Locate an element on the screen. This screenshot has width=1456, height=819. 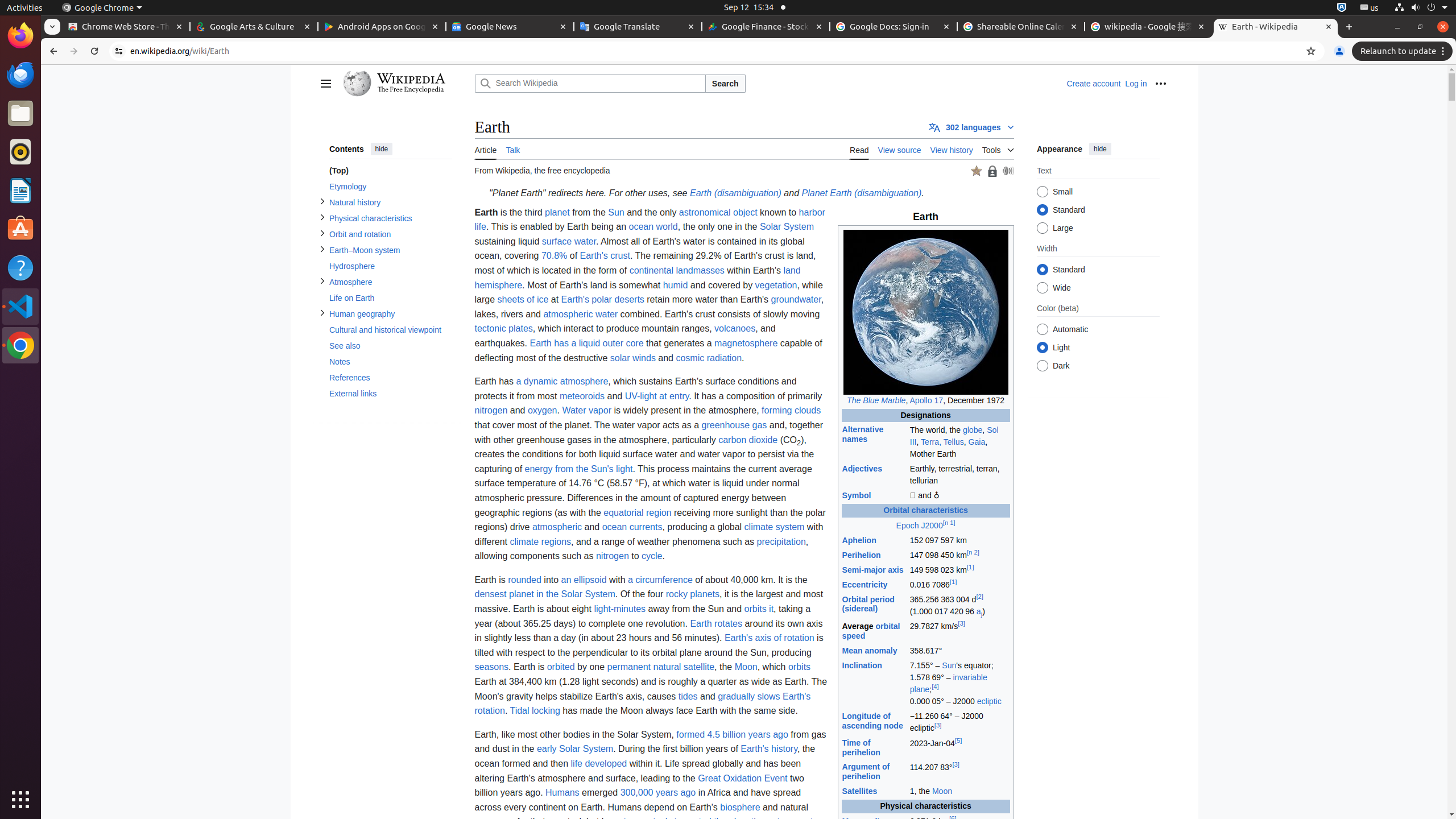
'Photograph of Earth taken by the Apollo 17 mission. The Arabian peninsula, Africa and Madagascar lie in the upper half of the disc, whereas Antarctica is at the bottom. The Blue Marble, Apollo 17, December 1972' is located at coordinates (925, 318).